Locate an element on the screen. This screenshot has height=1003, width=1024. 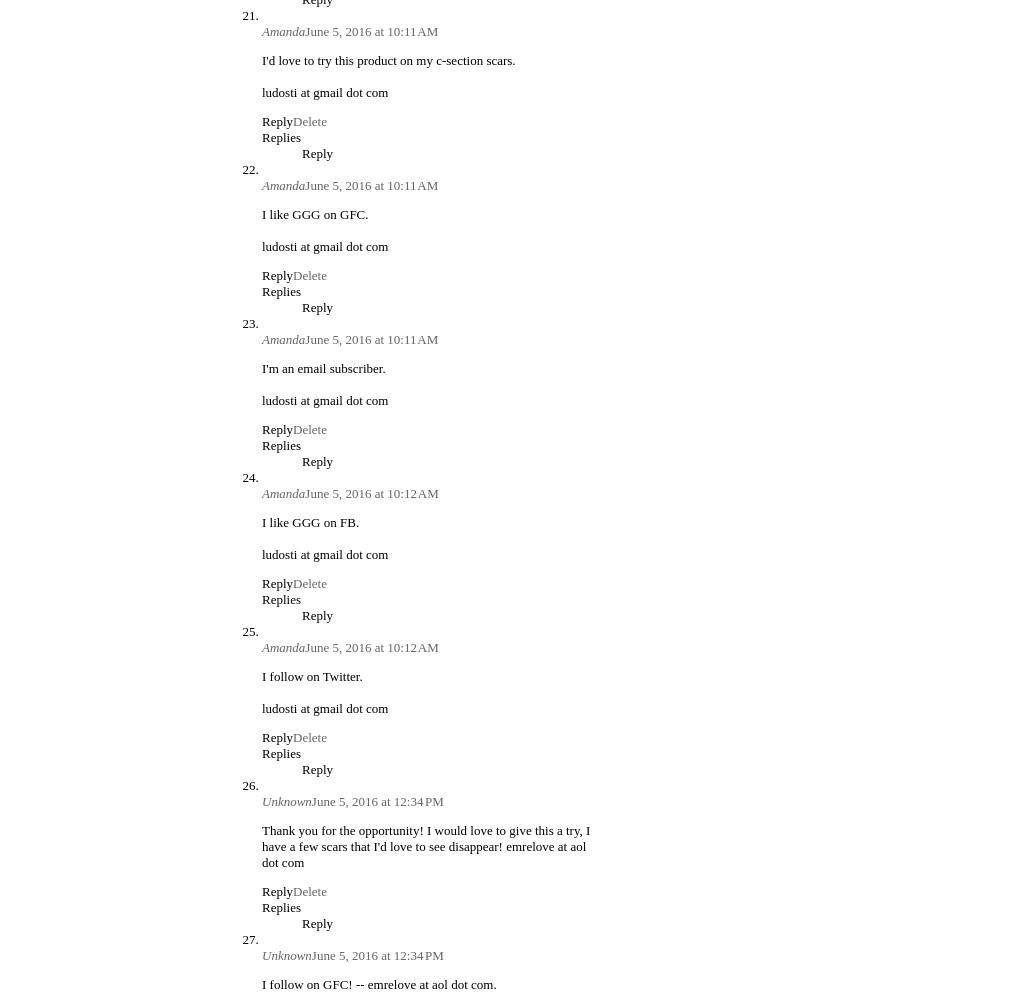
'Thank you for the opportunity!  I would love to give this a try, I have a few scars that I'd love to see disappear!  emrelove at aol dot com' is located at coordinates (424, 845).